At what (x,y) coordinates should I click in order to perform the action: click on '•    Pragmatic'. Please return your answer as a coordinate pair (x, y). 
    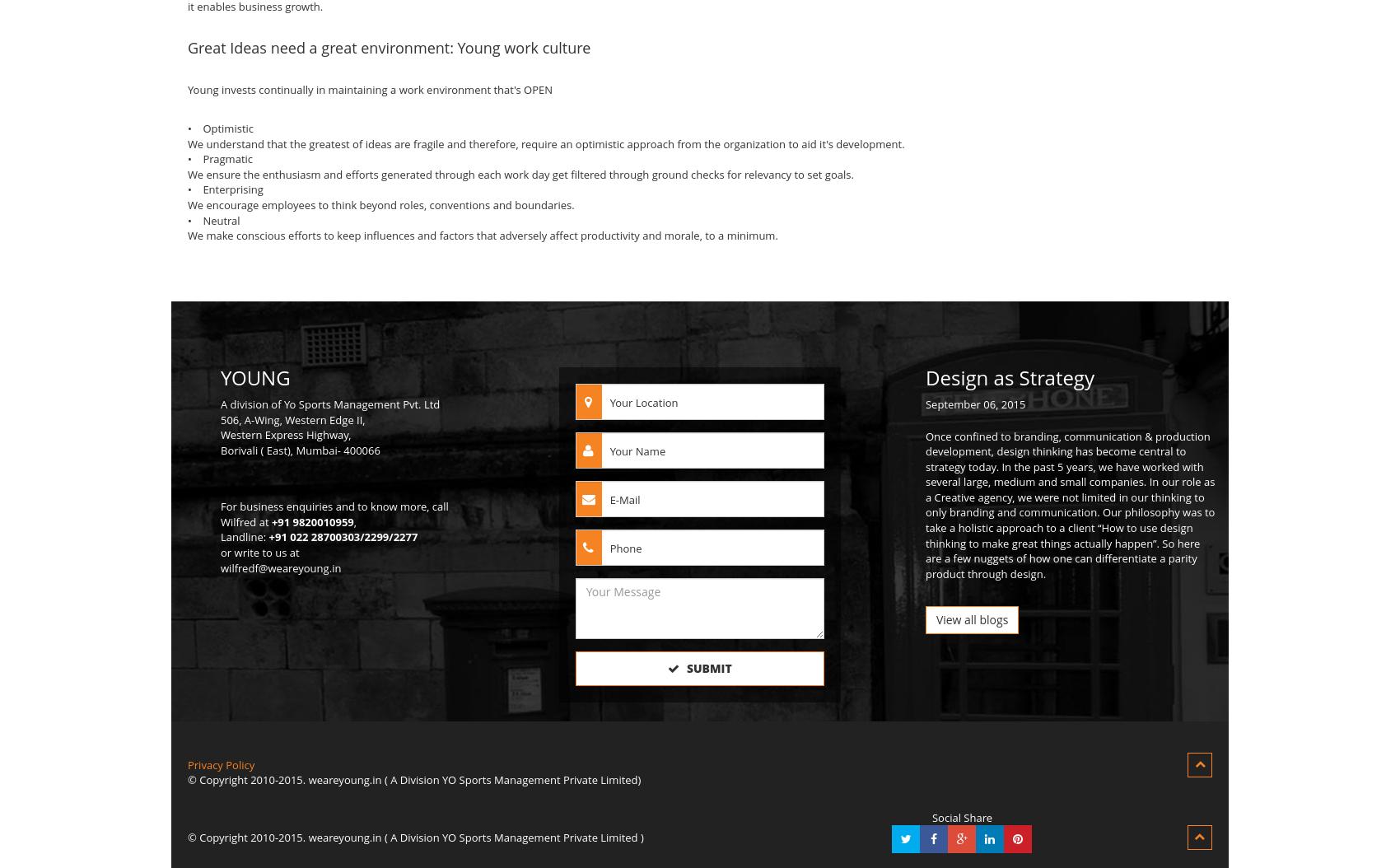
    Looking at the image, I should click on (220, 157).